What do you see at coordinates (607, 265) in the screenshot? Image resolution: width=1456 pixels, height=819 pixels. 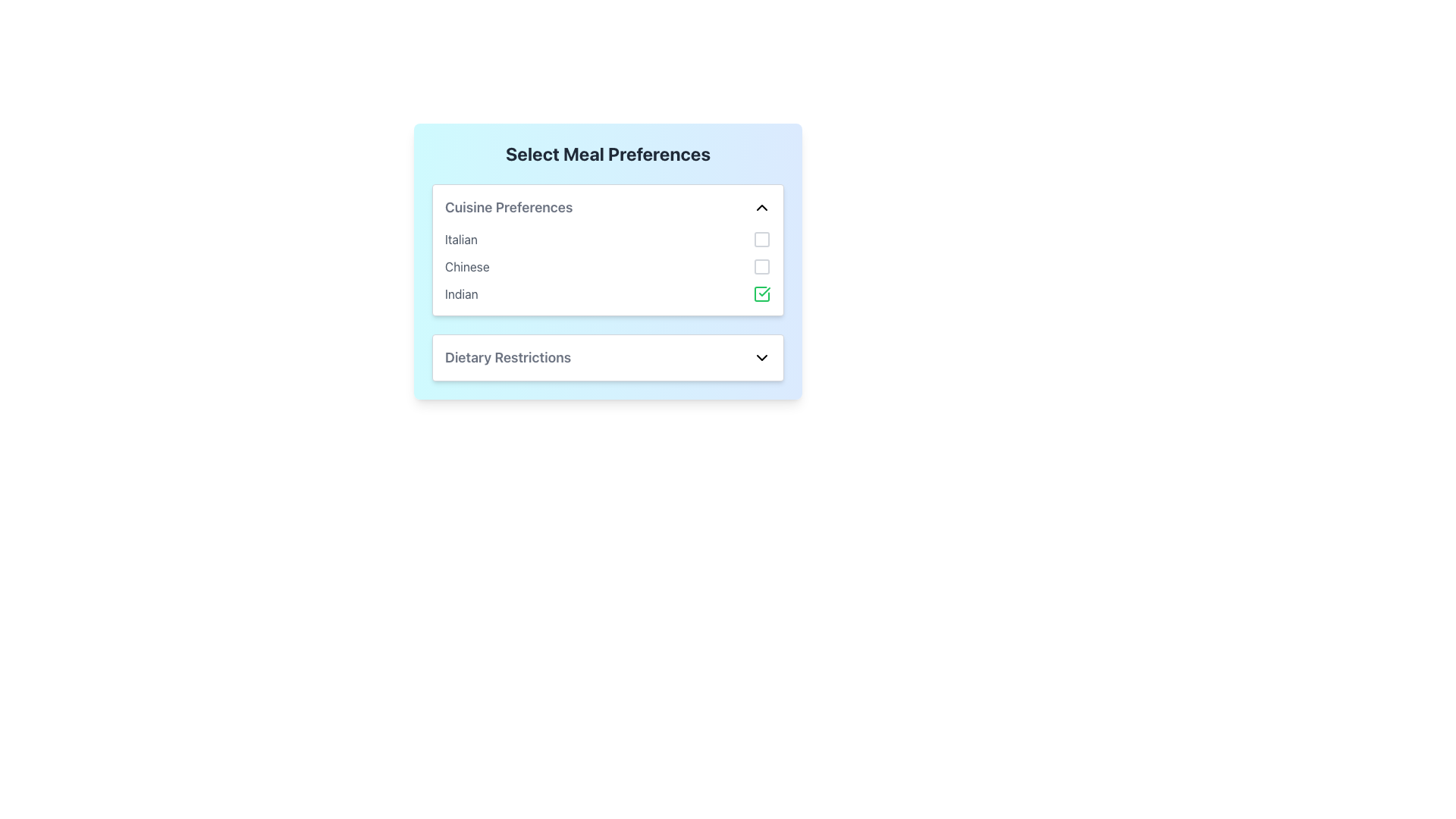 I see `the checkbox in the Cuisine Preferences list` at bounding box center [607, 265].